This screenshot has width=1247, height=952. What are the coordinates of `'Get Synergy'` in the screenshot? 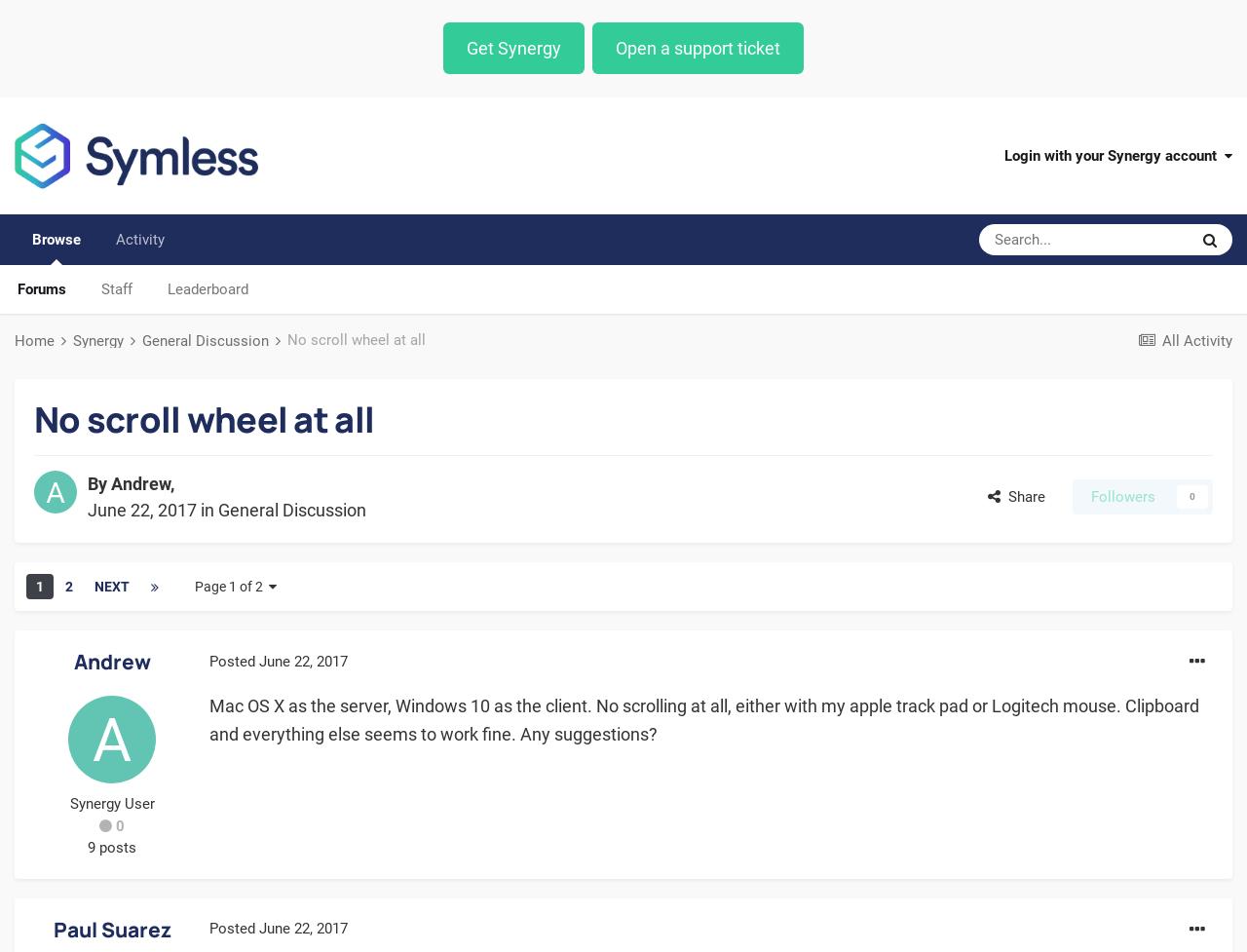 It's located at (465, 48).